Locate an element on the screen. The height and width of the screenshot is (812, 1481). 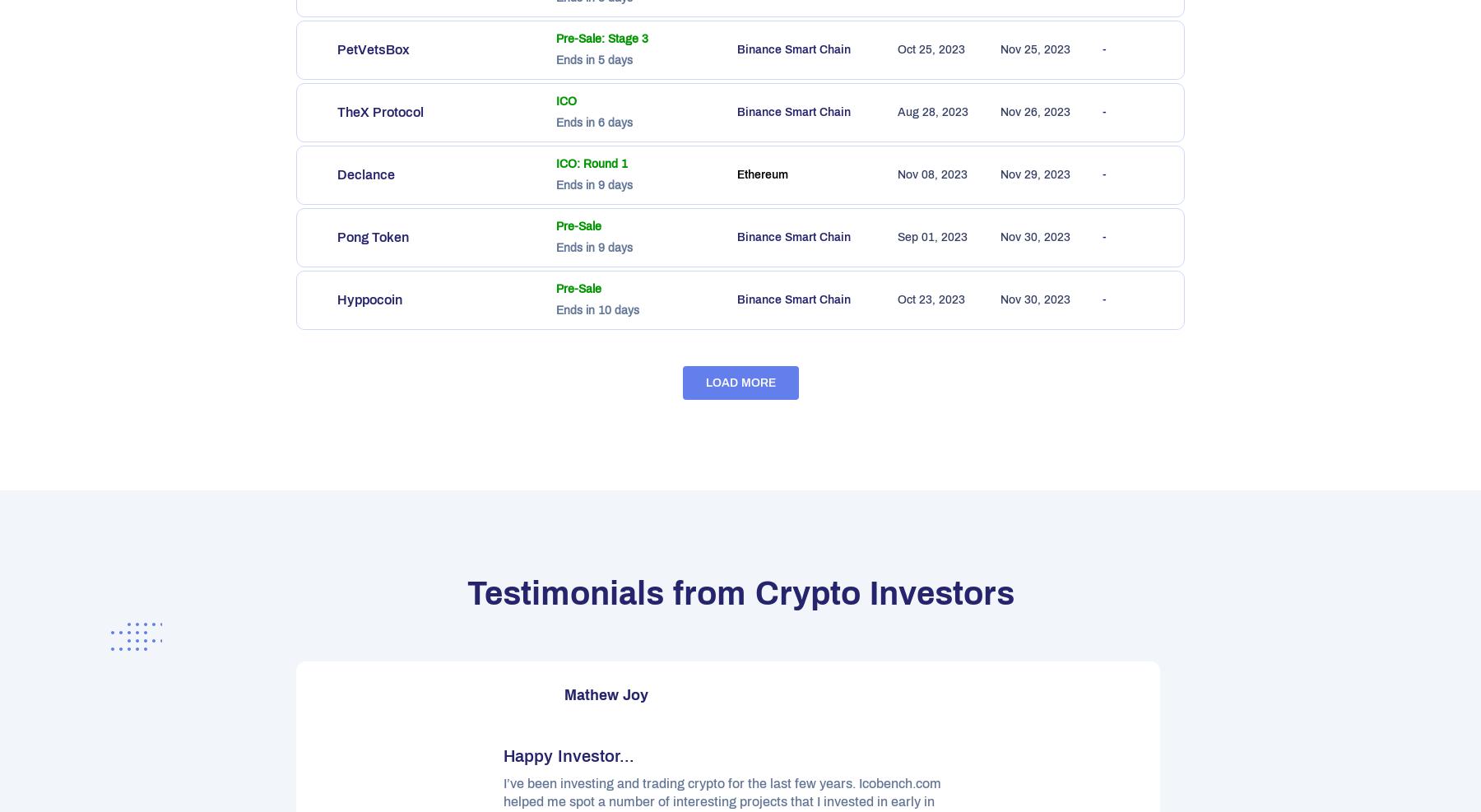
'ICO: Round 1' is located at coordinates (591, 163).